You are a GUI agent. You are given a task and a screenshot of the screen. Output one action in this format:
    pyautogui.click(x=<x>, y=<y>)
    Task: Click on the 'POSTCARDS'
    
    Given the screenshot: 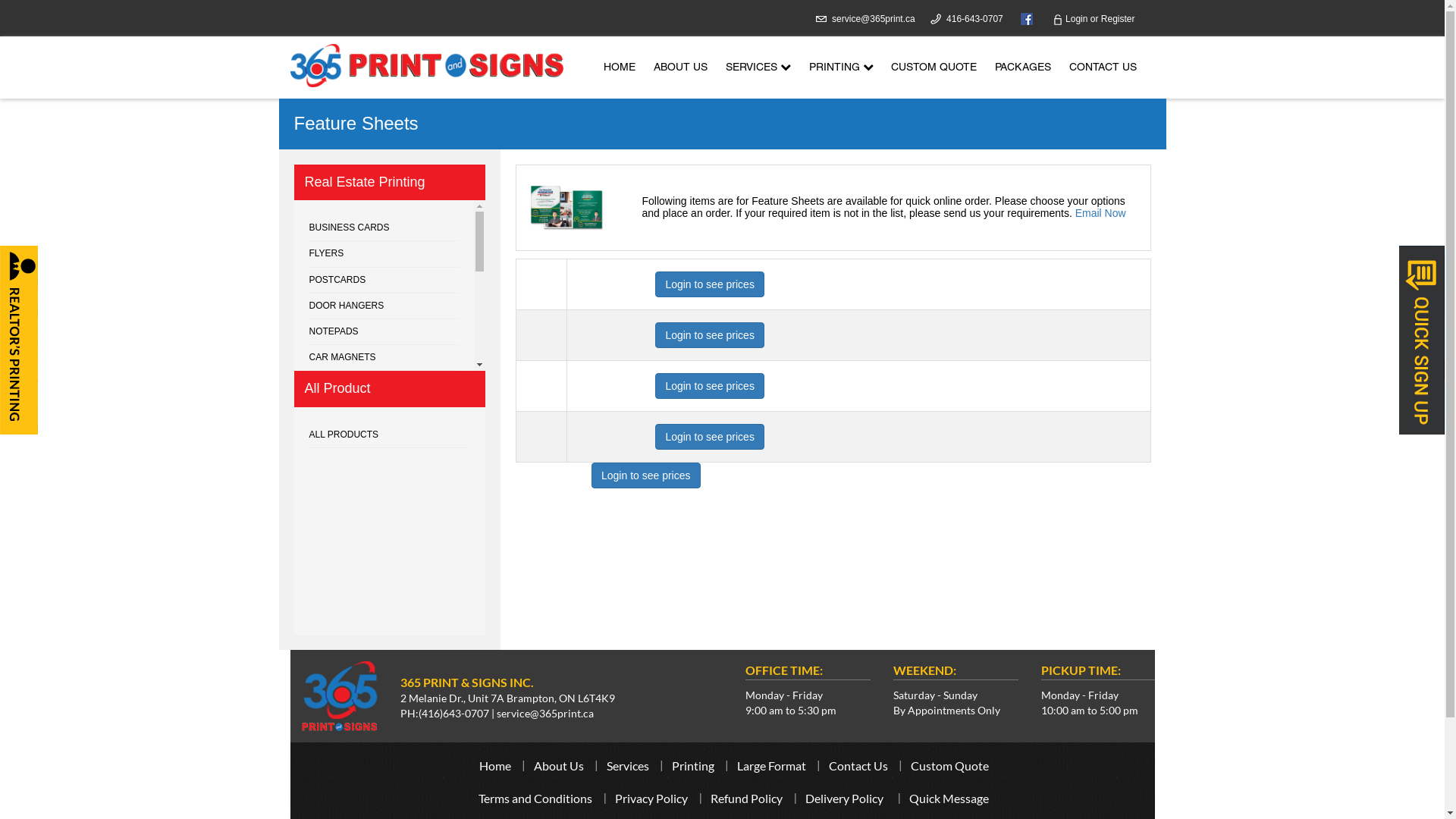 What is the action you would take?
    pyautogui.click(x=384, y=281)
    